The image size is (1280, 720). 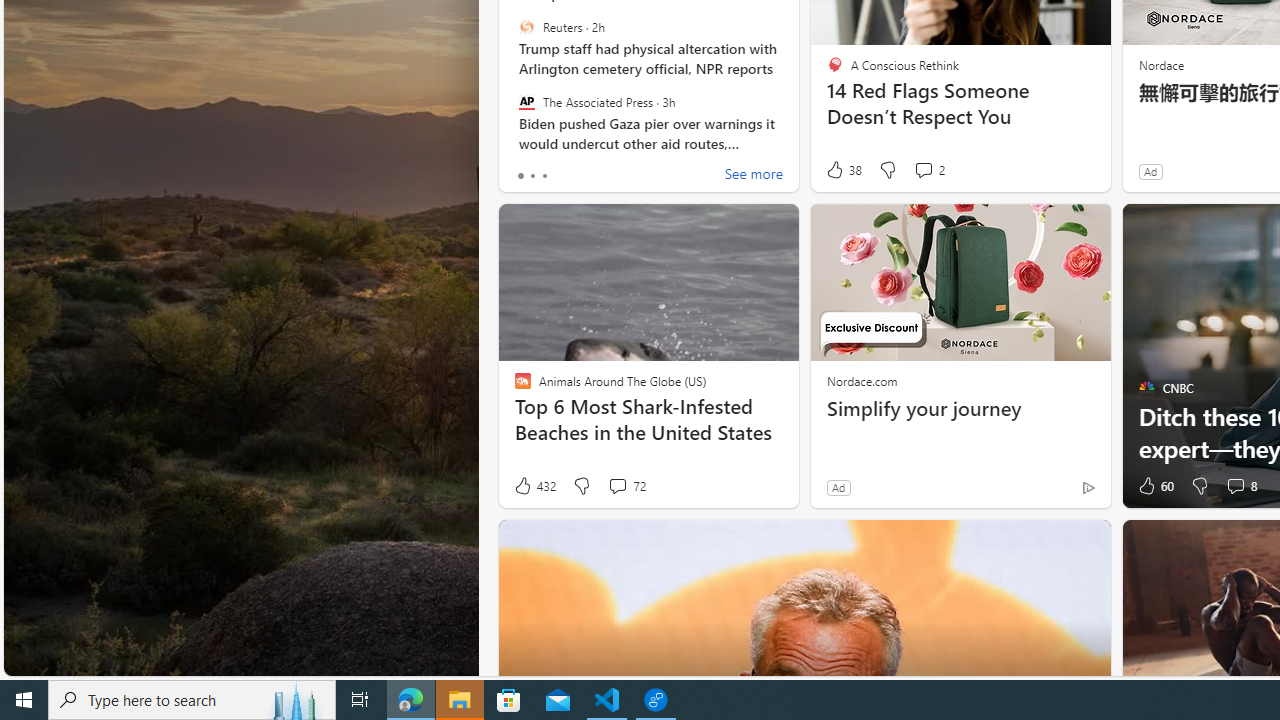 I want to click on 'View comments 72 Comment', so click(x=625, y=486).